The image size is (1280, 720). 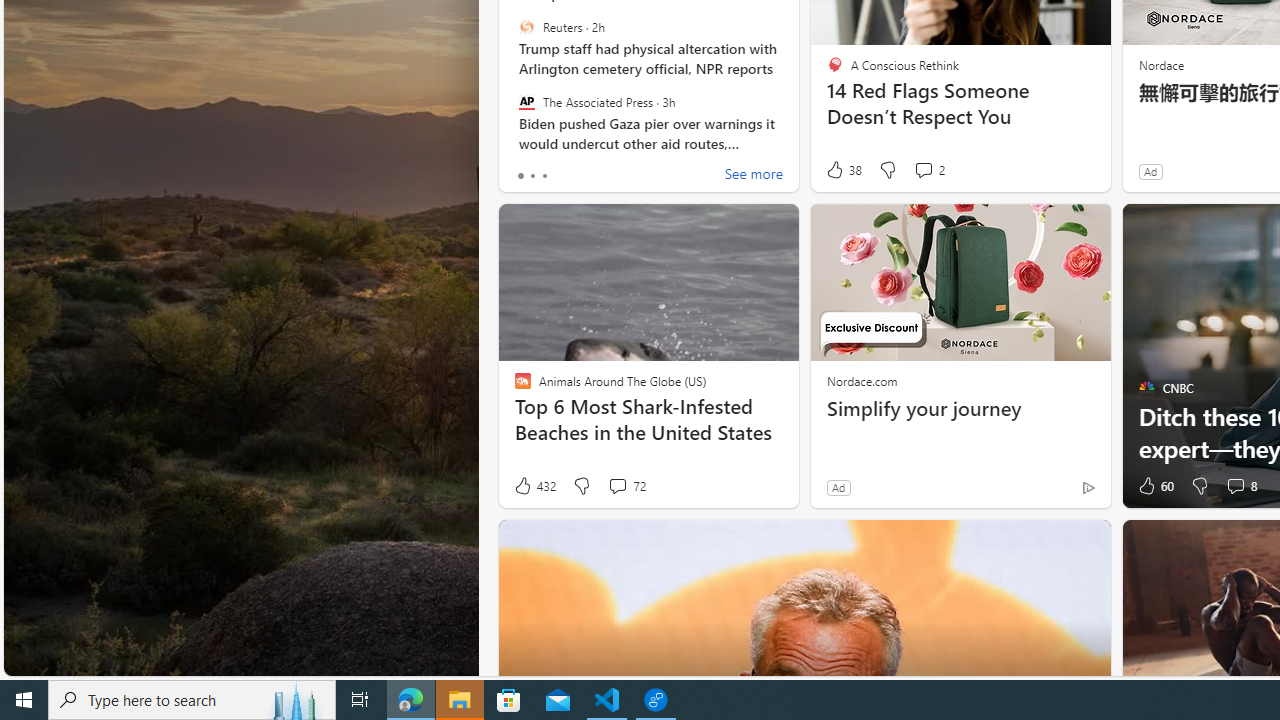 I want to click on 'View comments 72 Comment', so click(x=625, y=486).